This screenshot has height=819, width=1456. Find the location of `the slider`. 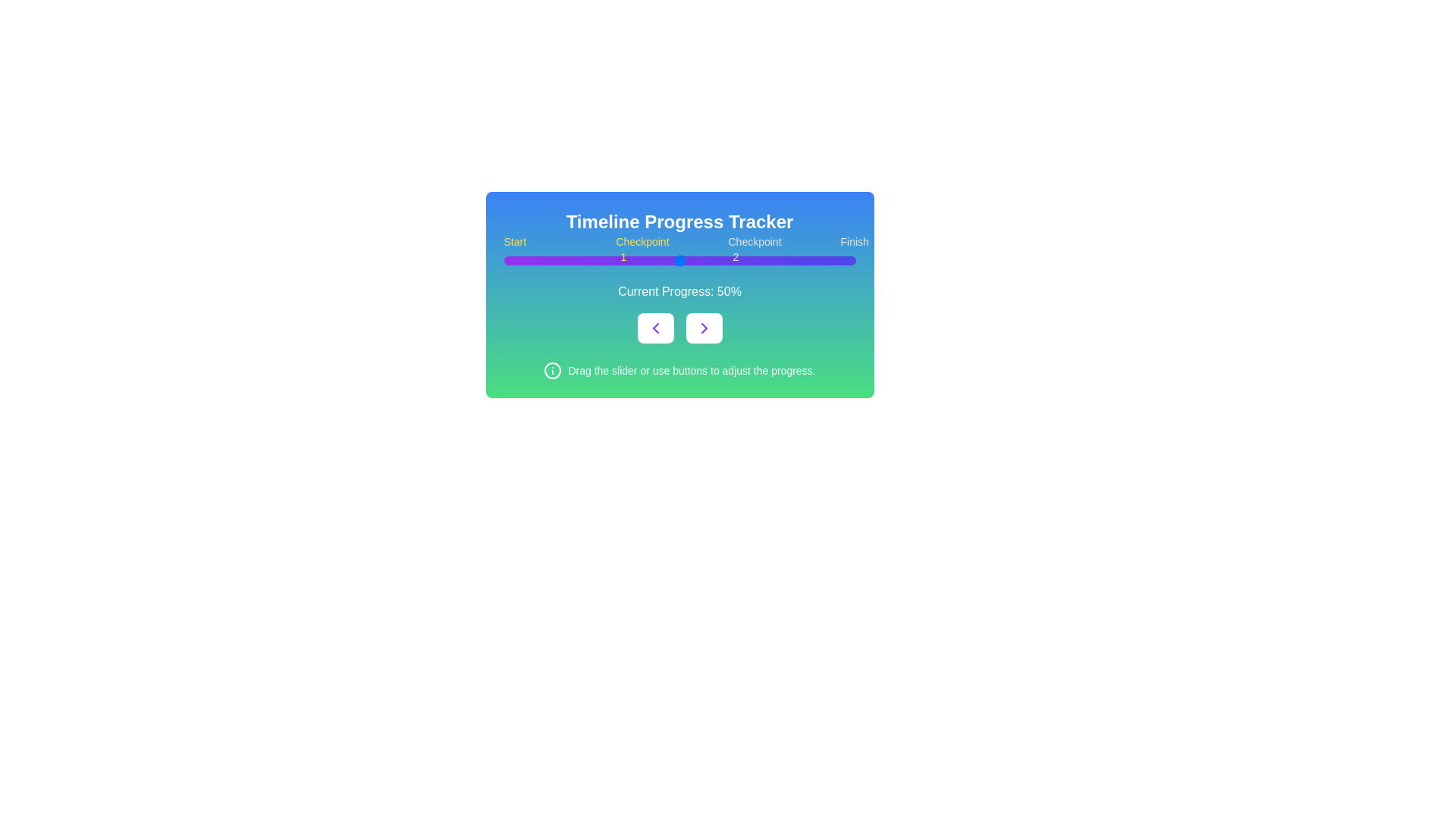

the slider is located at coordinates (792, 259).